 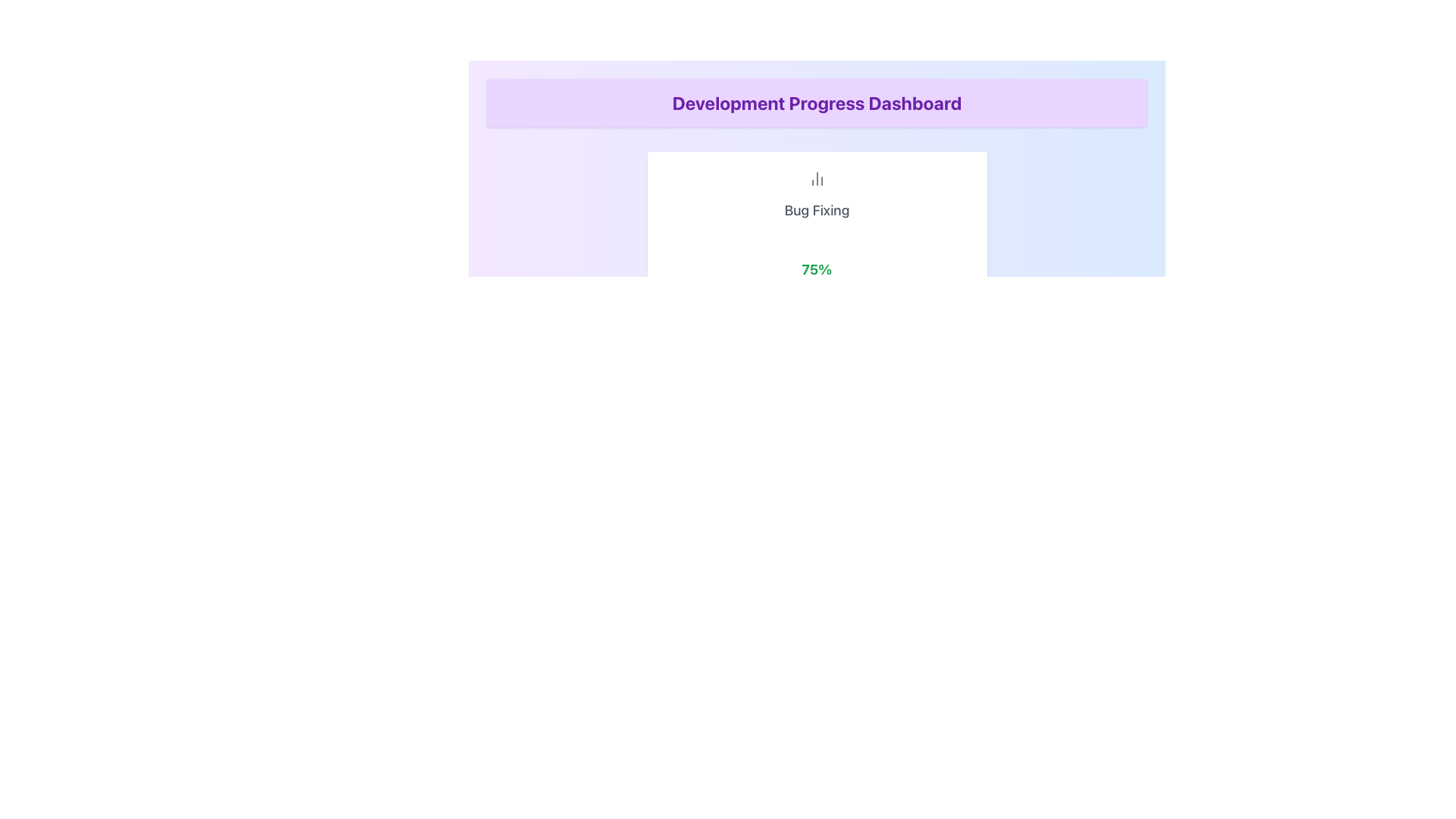 I want to click on text content of the Text Header that displays 'Development Progress Dashboard', which is styled with a bold, large font in purple against a purple background, so click(x=816, y=102).